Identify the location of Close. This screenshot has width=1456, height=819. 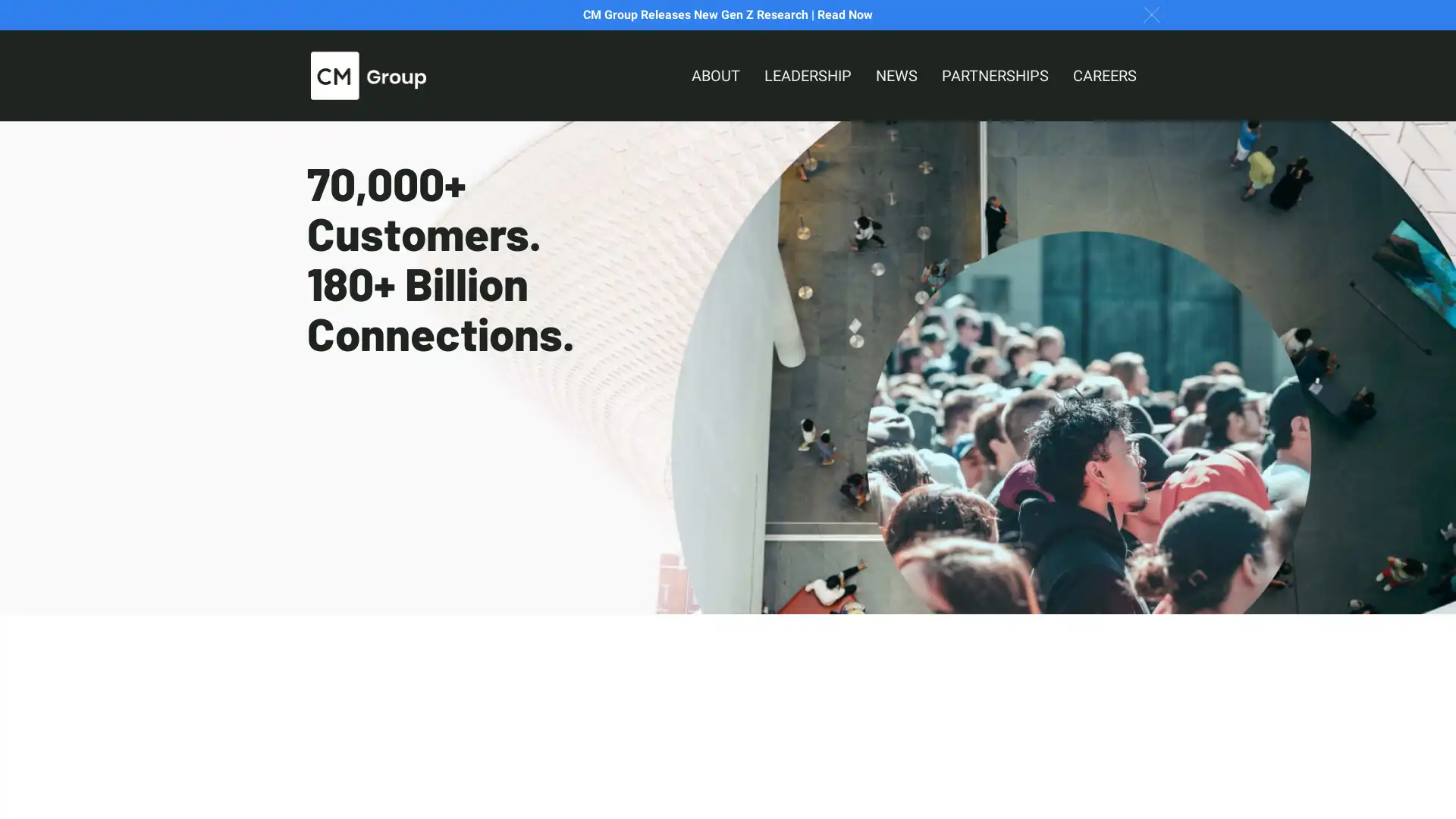
(1151, 14).